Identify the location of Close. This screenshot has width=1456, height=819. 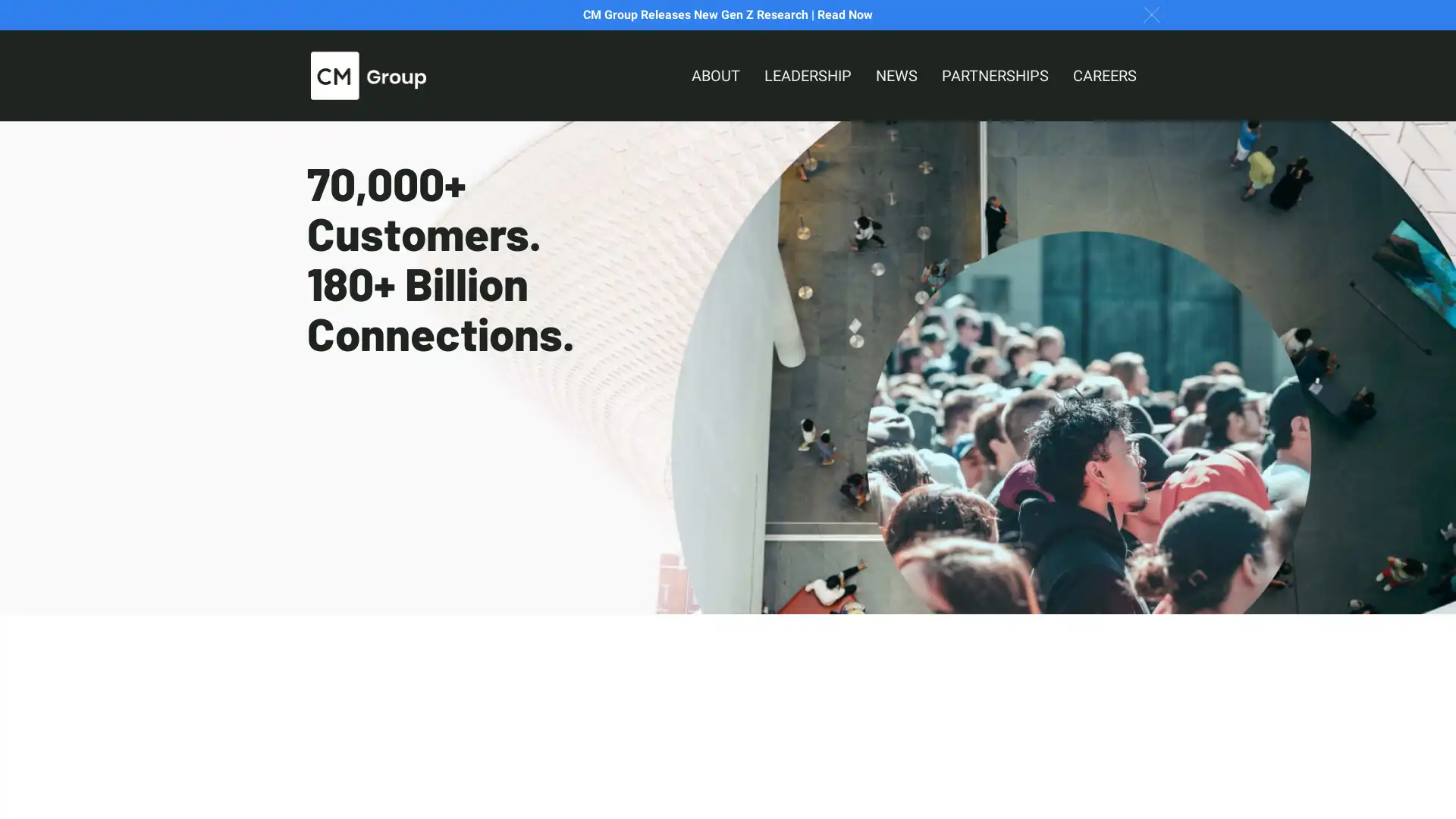
(1151, 14).